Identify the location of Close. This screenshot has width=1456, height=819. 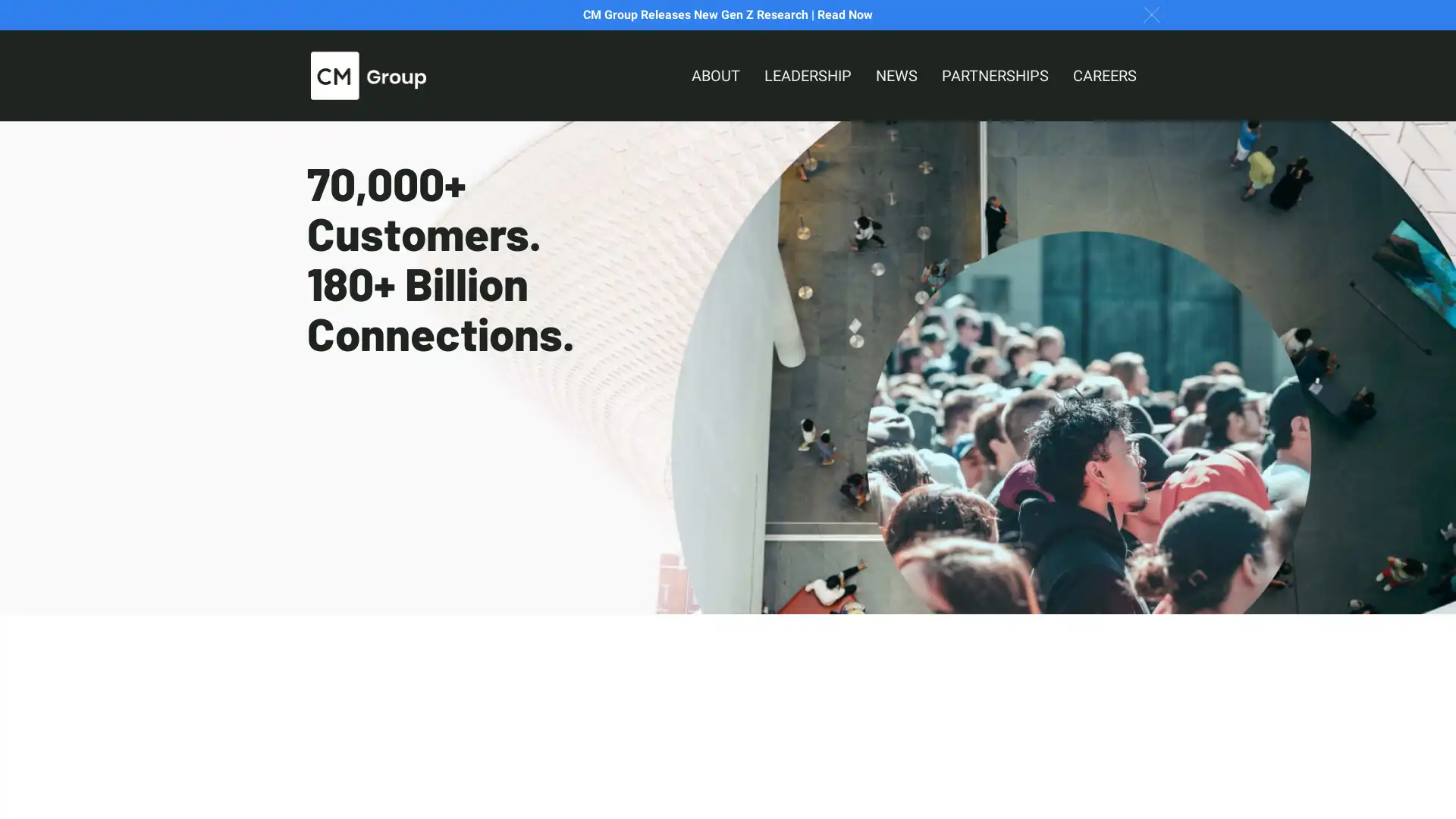
(1151, 14).